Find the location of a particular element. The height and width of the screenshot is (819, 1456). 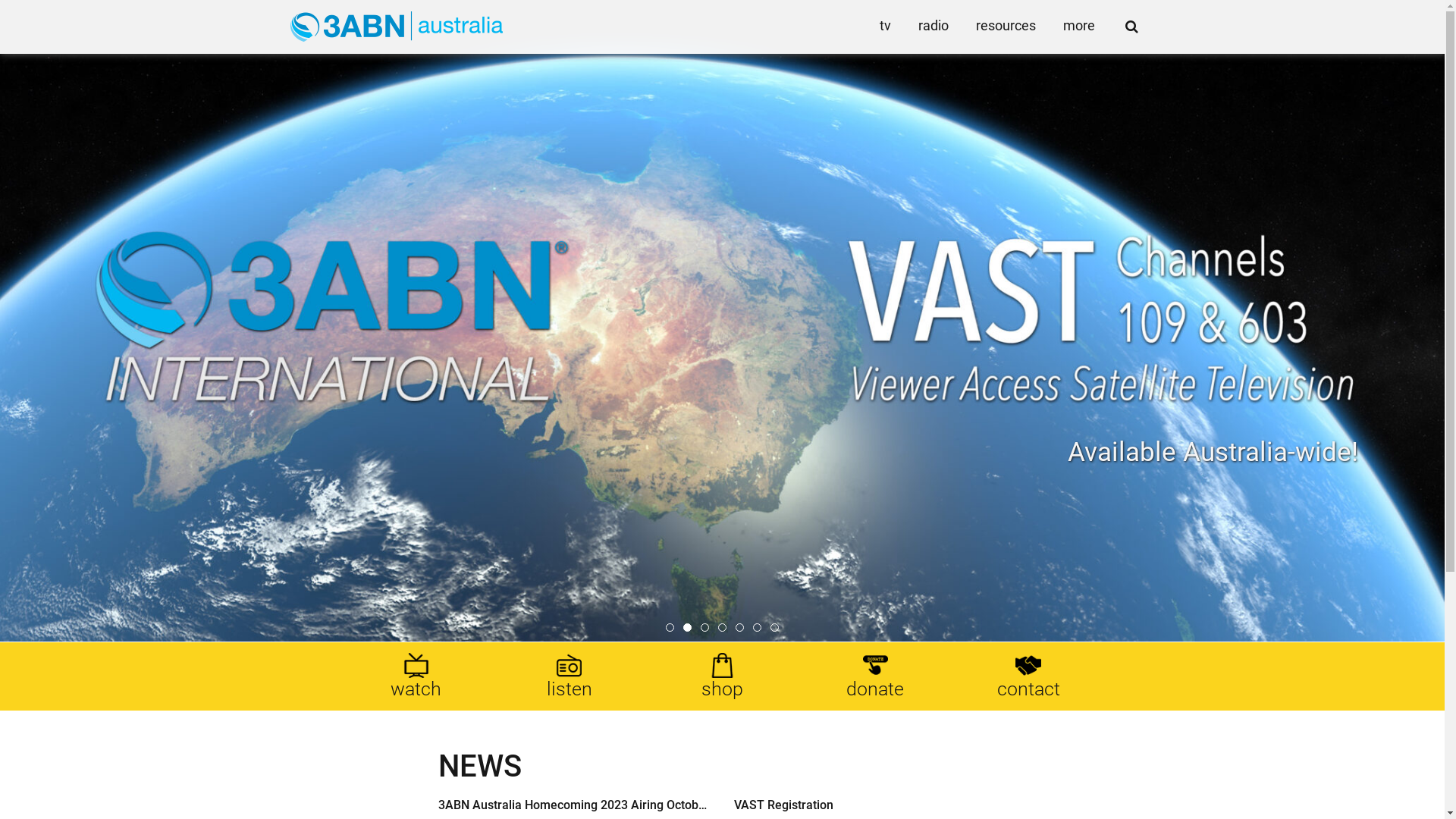

'Go to Home' is located at coordinates (396, 26).